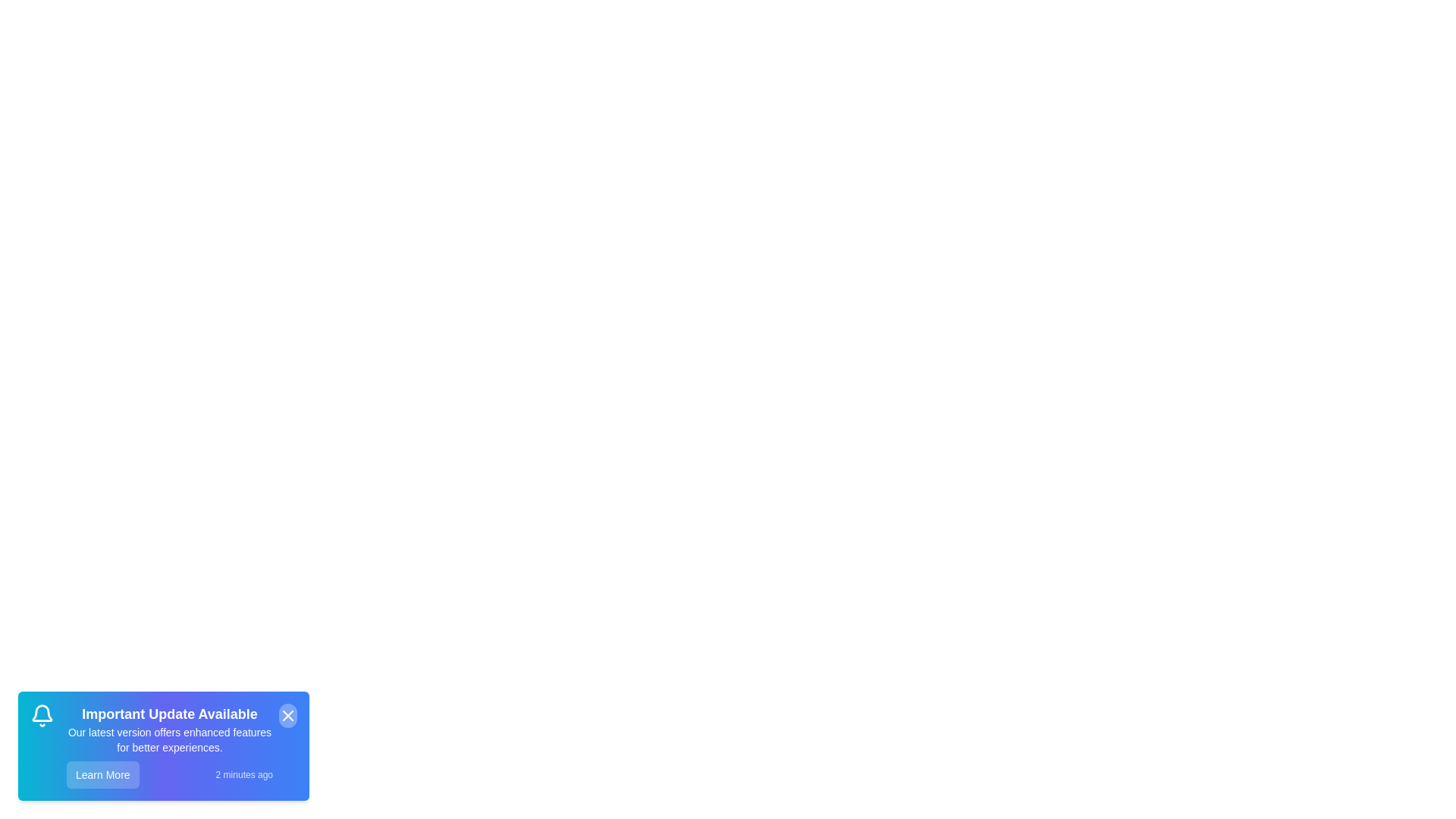 Image resolution: width=1456 pixels, height=819 pixels. I want to click on the notification icon to inspect it, so click(42, 716).